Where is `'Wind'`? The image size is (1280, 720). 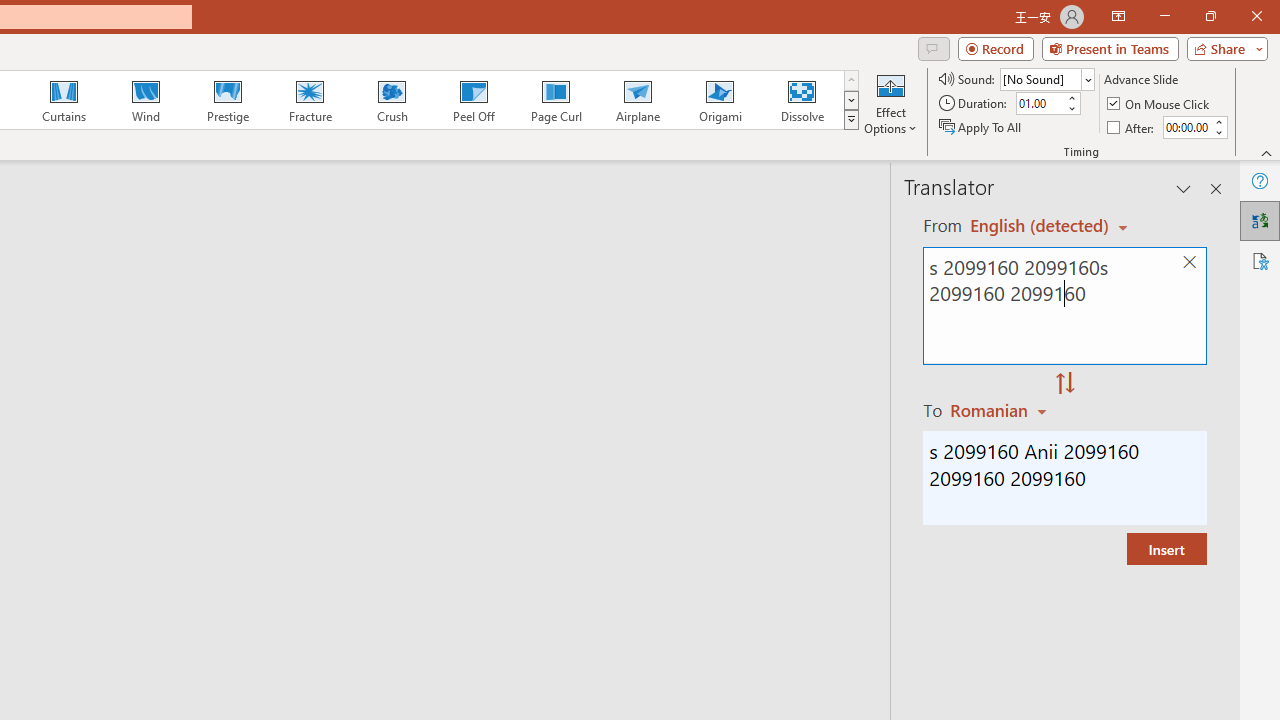 'Wind' is located at coordinates (144, 100).